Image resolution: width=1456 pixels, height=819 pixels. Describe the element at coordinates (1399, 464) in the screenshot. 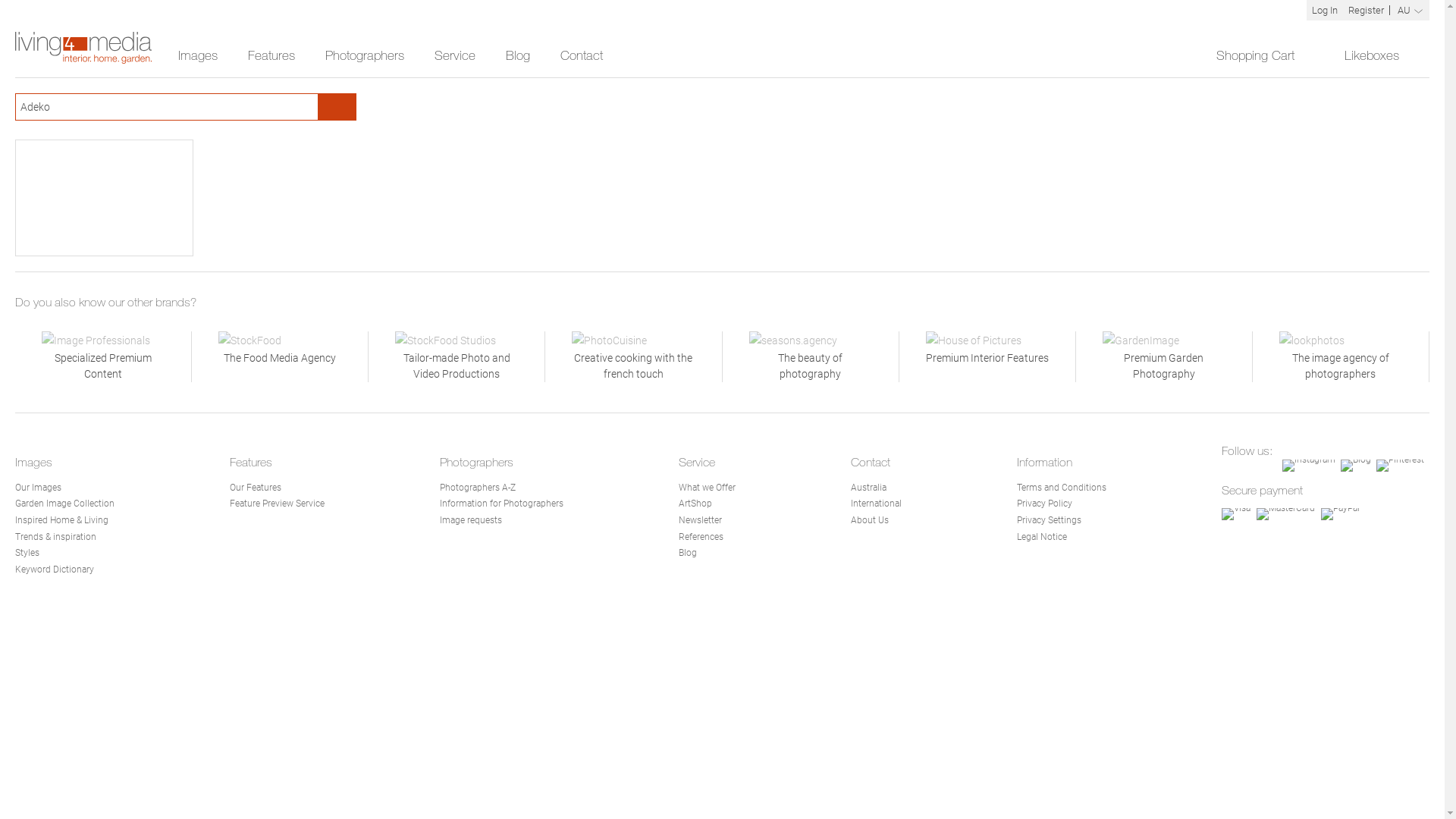

I see `'Pinterest'` at that location.